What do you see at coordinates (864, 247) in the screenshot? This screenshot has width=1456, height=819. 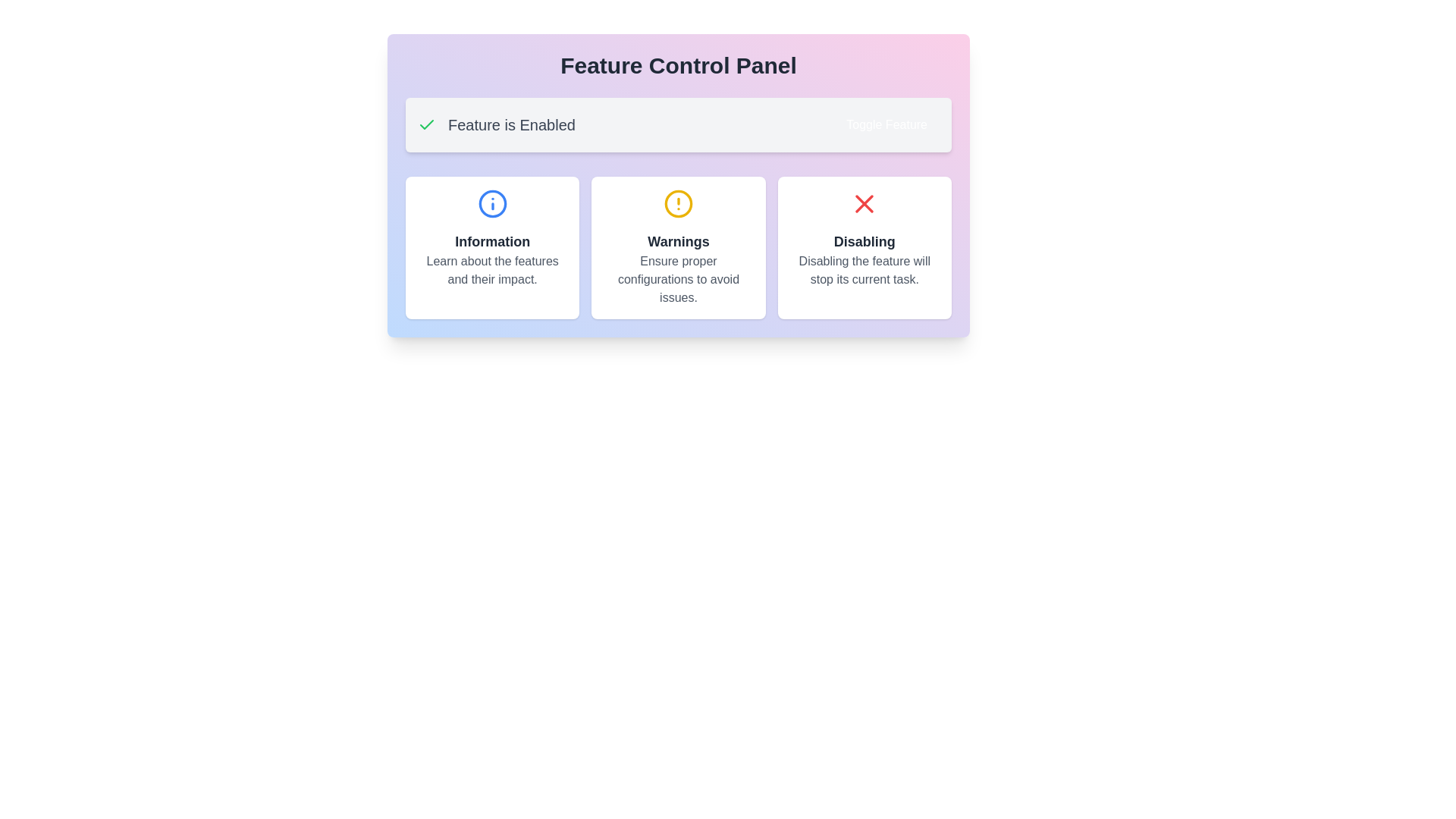 I see `text information from the informational panel that explains the effects of disabling a feature, which is the third panel in a row of three panels aligned horizontally` at bounding box center [864, 247].